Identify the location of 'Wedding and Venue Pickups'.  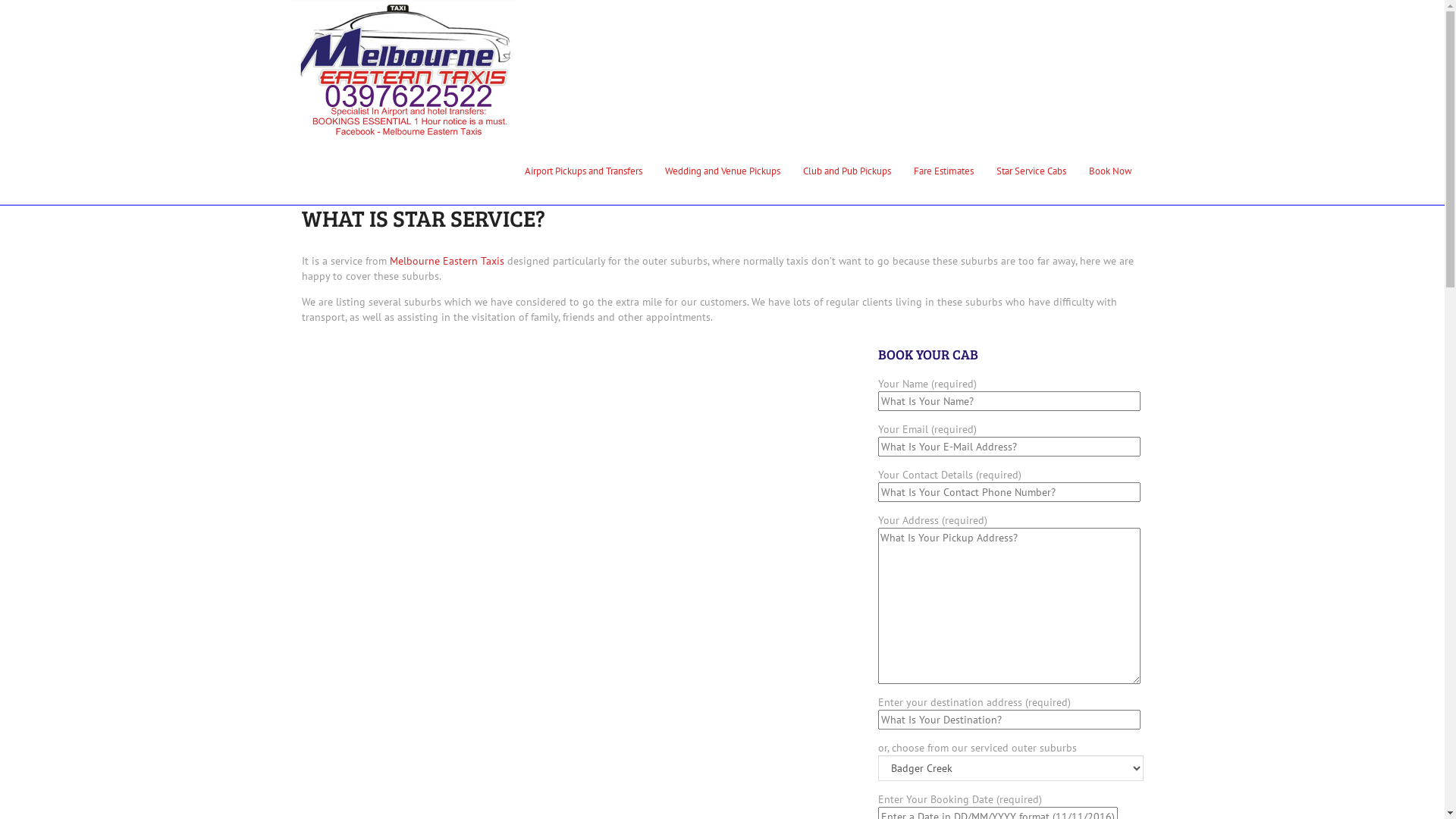
(654, 170).